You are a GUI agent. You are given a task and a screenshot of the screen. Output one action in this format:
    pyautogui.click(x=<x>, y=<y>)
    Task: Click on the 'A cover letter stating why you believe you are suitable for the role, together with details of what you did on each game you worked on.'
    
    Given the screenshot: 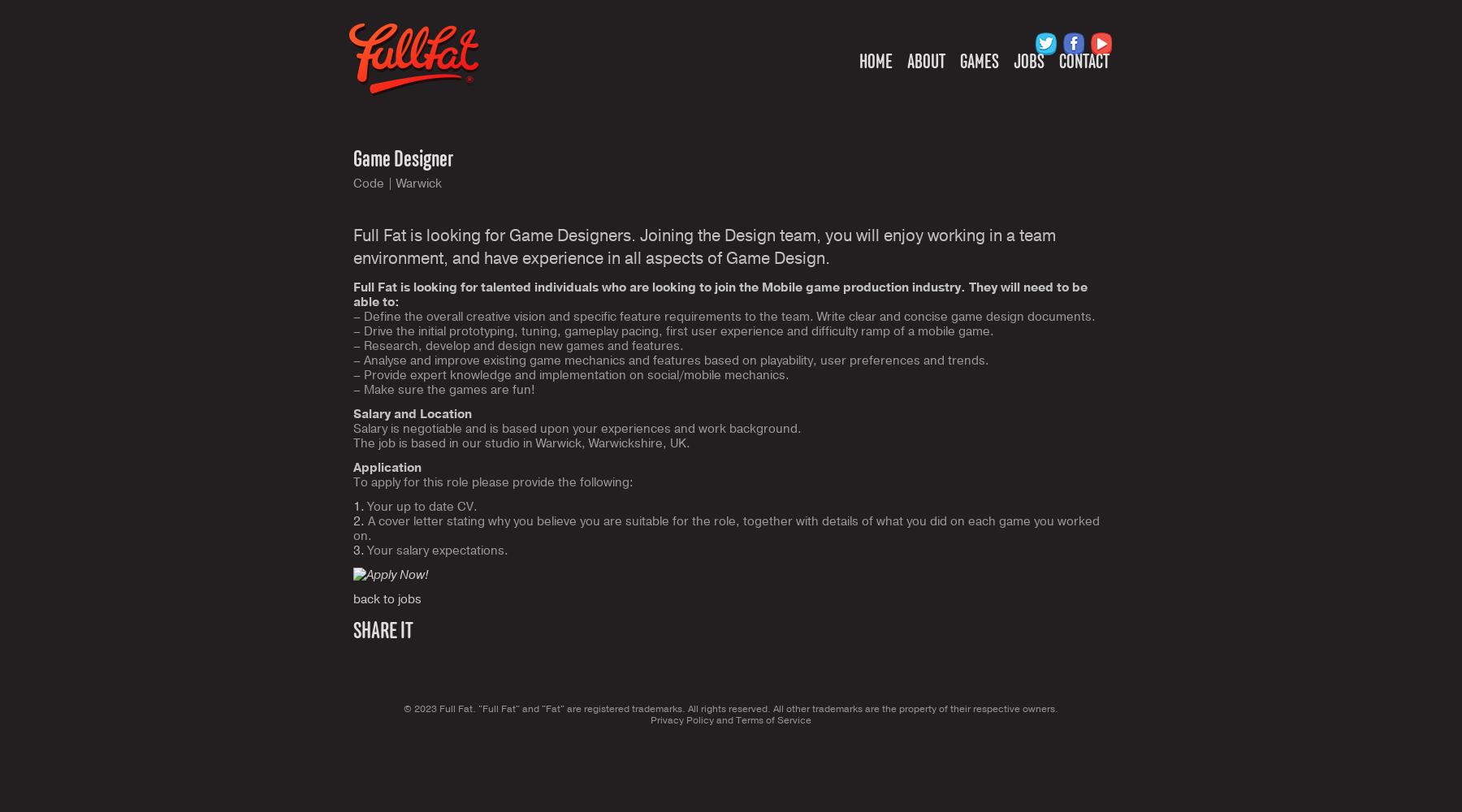 What is the action you would take?
    pyautogui.click(x=726, y=529)
    